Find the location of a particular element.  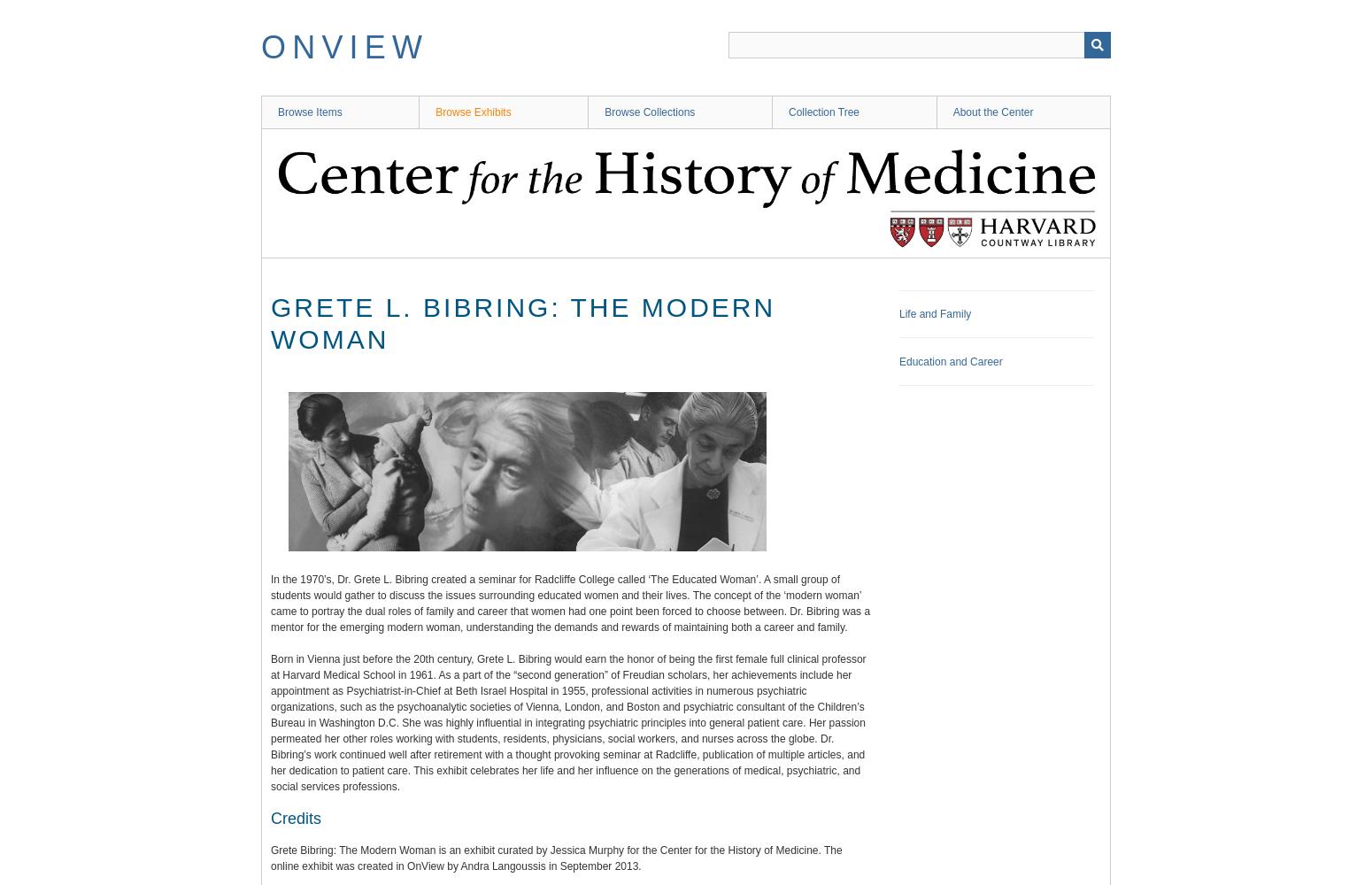

'Browse Items' is located at coordinates (308, 112).